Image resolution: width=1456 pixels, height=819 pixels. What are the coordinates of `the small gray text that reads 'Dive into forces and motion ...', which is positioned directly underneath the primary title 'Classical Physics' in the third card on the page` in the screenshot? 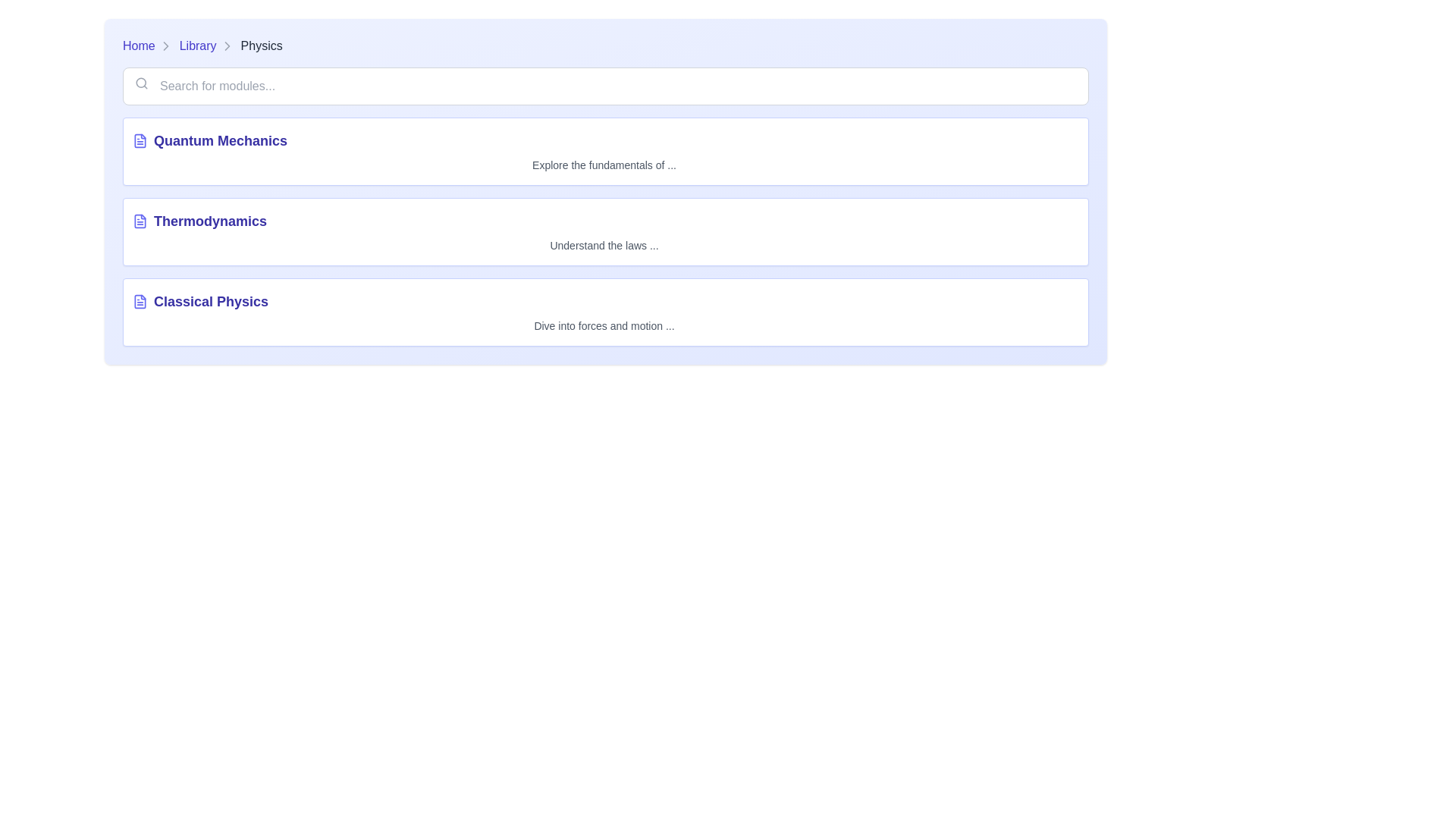 It's located at (603, 325).